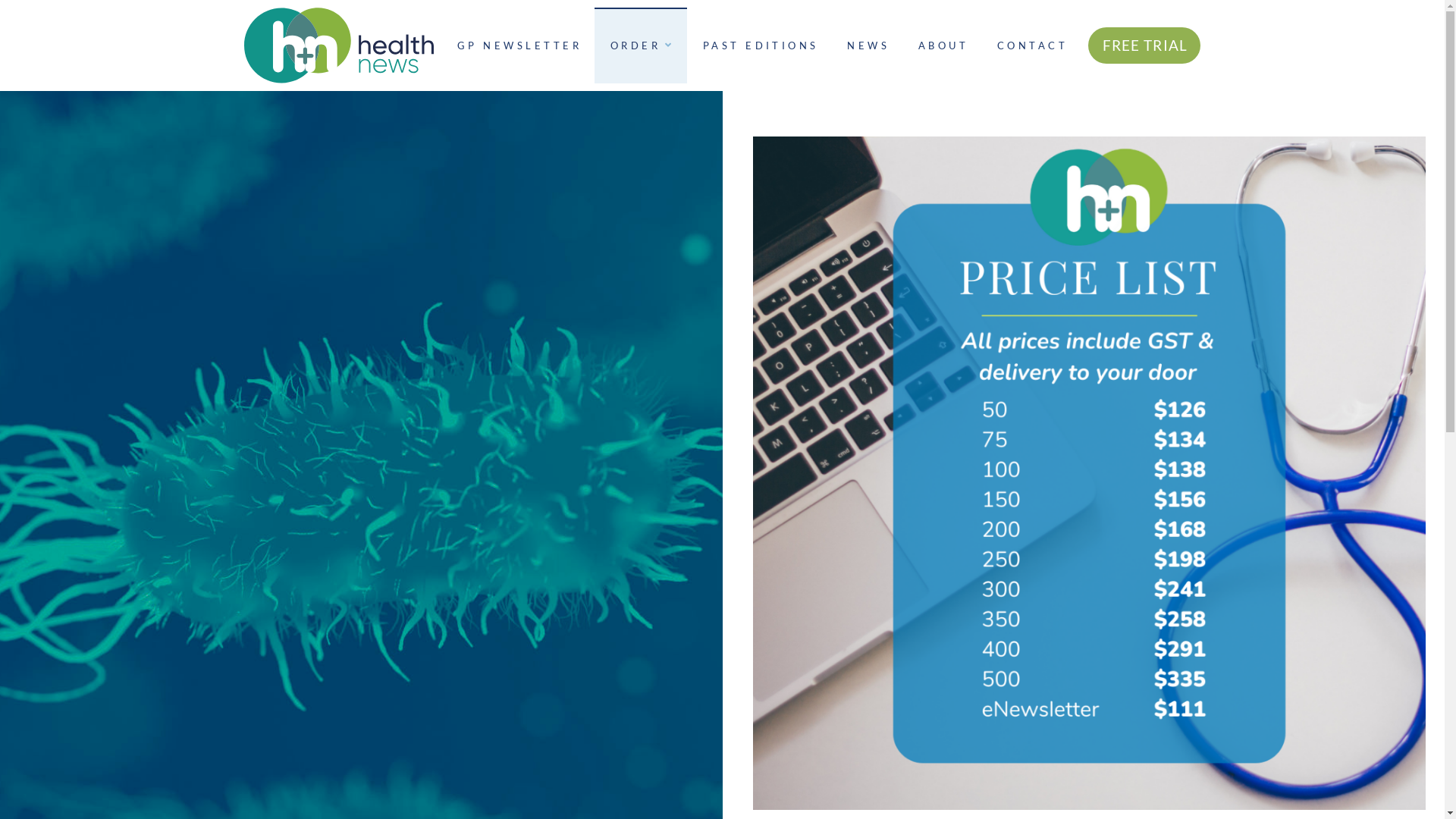 The width and height of the screenshot is (1456, 819). I want to click on 'PAST EDITIONS', so click(759, 45).